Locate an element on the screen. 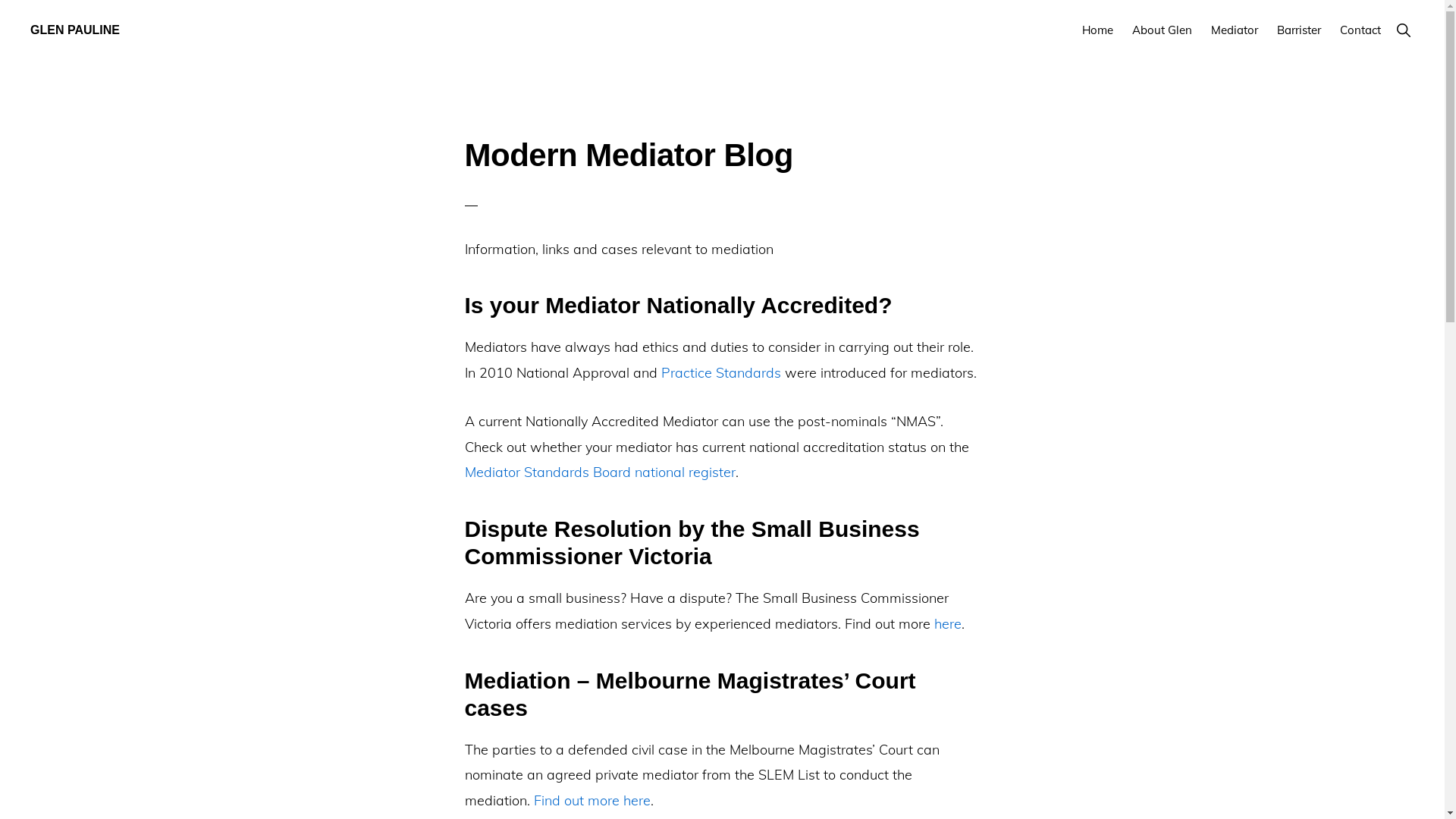 The image size is (1456, 819). 'Barrister' is located at coordinates (1298, 30).